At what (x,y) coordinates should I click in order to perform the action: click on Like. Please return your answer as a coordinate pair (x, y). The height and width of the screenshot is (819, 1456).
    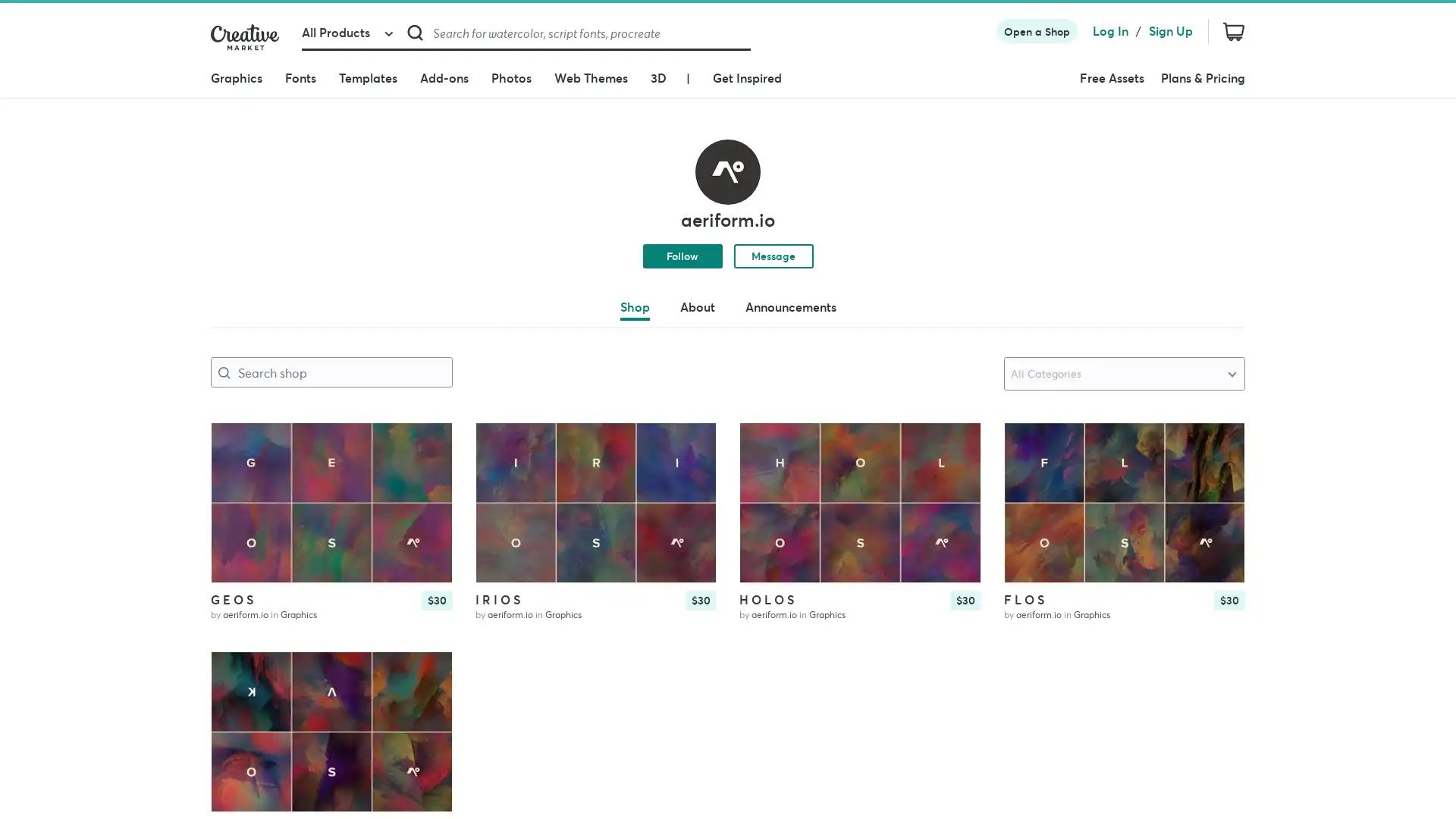
    Looking at the image, I should click on (1220, 444).